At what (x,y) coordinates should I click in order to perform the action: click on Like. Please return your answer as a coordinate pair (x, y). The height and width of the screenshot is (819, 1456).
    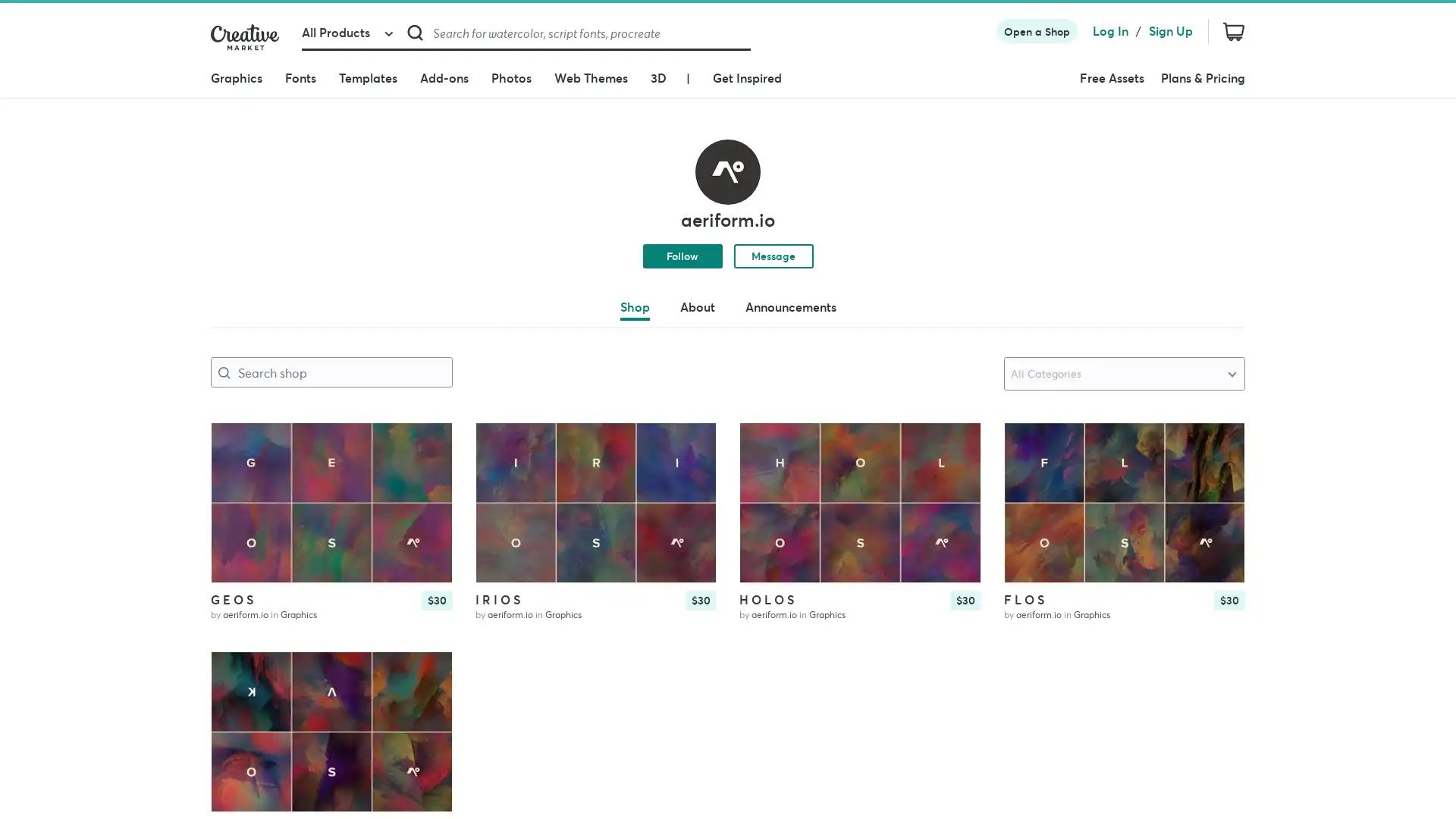
    Looking at the image, I should click on (1220, 444).